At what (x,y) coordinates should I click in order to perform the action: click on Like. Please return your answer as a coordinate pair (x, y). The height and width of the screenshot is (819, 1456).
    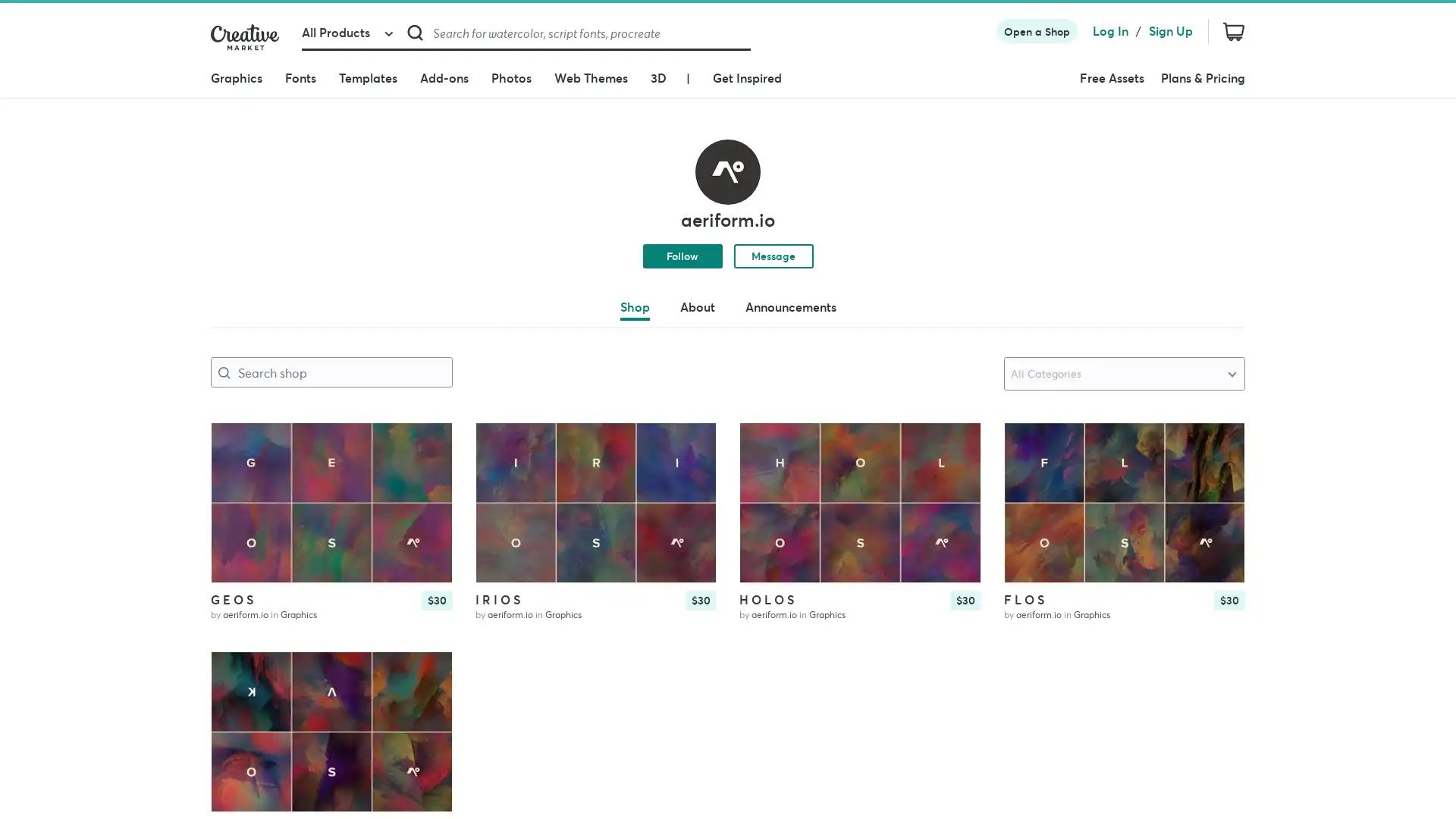
    Looking at the image, I should click on (1220, 444).